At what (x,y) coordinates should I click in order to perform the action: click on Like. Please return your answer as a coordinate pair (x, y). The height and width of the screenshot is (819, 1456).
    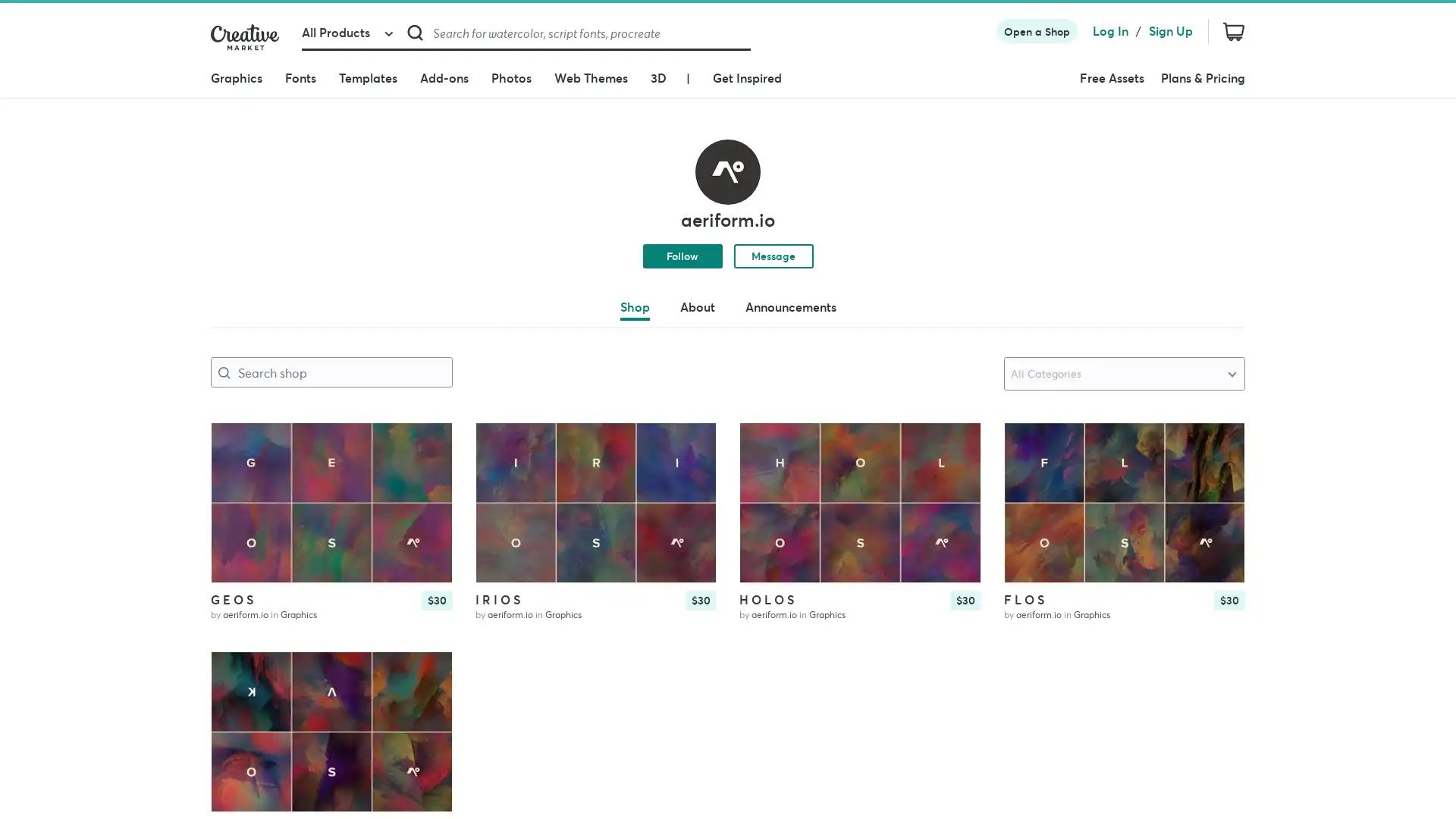
    Looking at the image, I should click on (1220, 444).